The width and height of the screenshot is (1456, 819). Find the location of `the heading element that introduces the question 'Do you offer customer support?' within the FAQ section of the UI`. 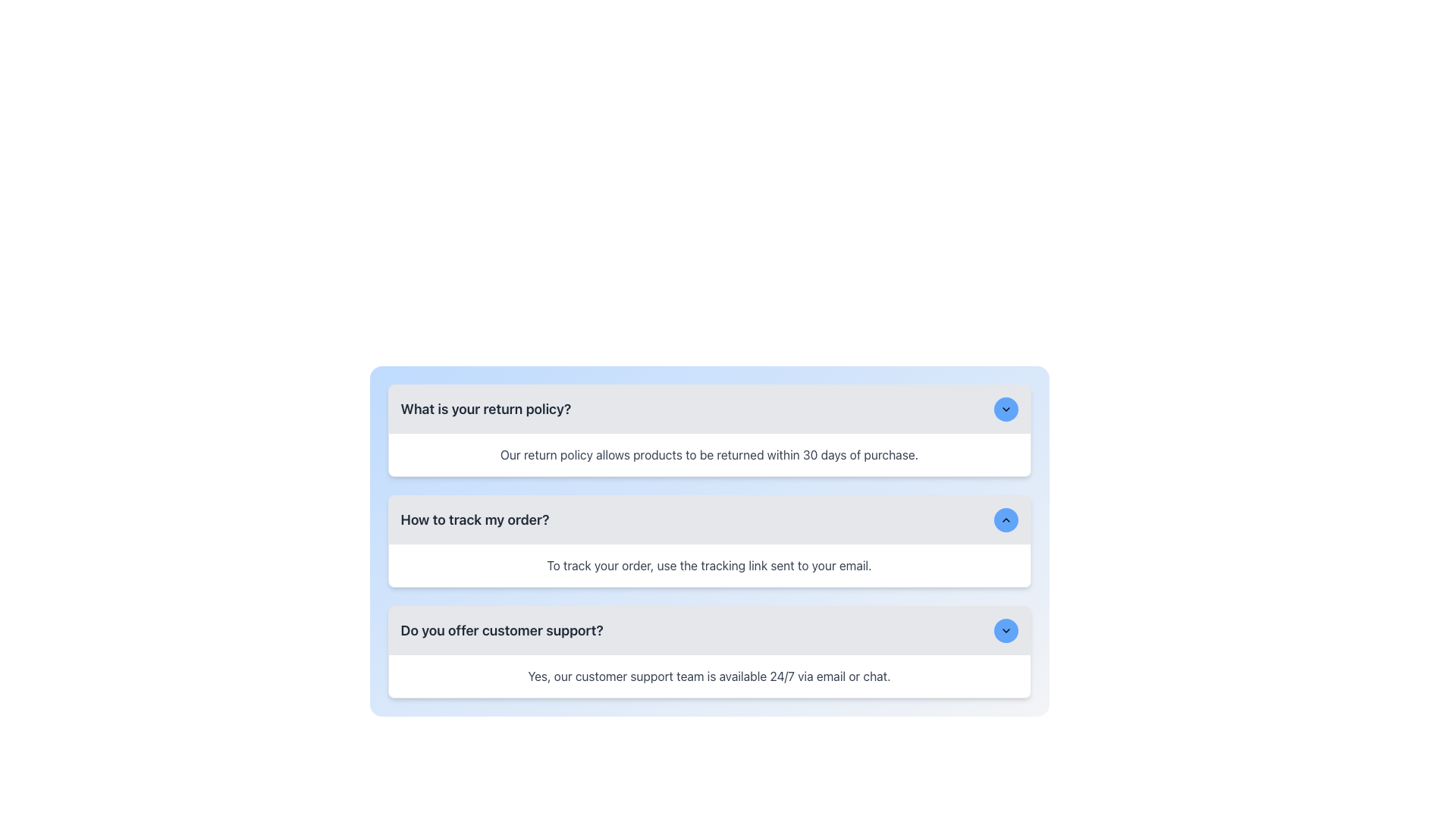

the heading element that introduces the question 'Do you offer customer support?' within the FAQ section of the UI is located at coordinates (502, 631).